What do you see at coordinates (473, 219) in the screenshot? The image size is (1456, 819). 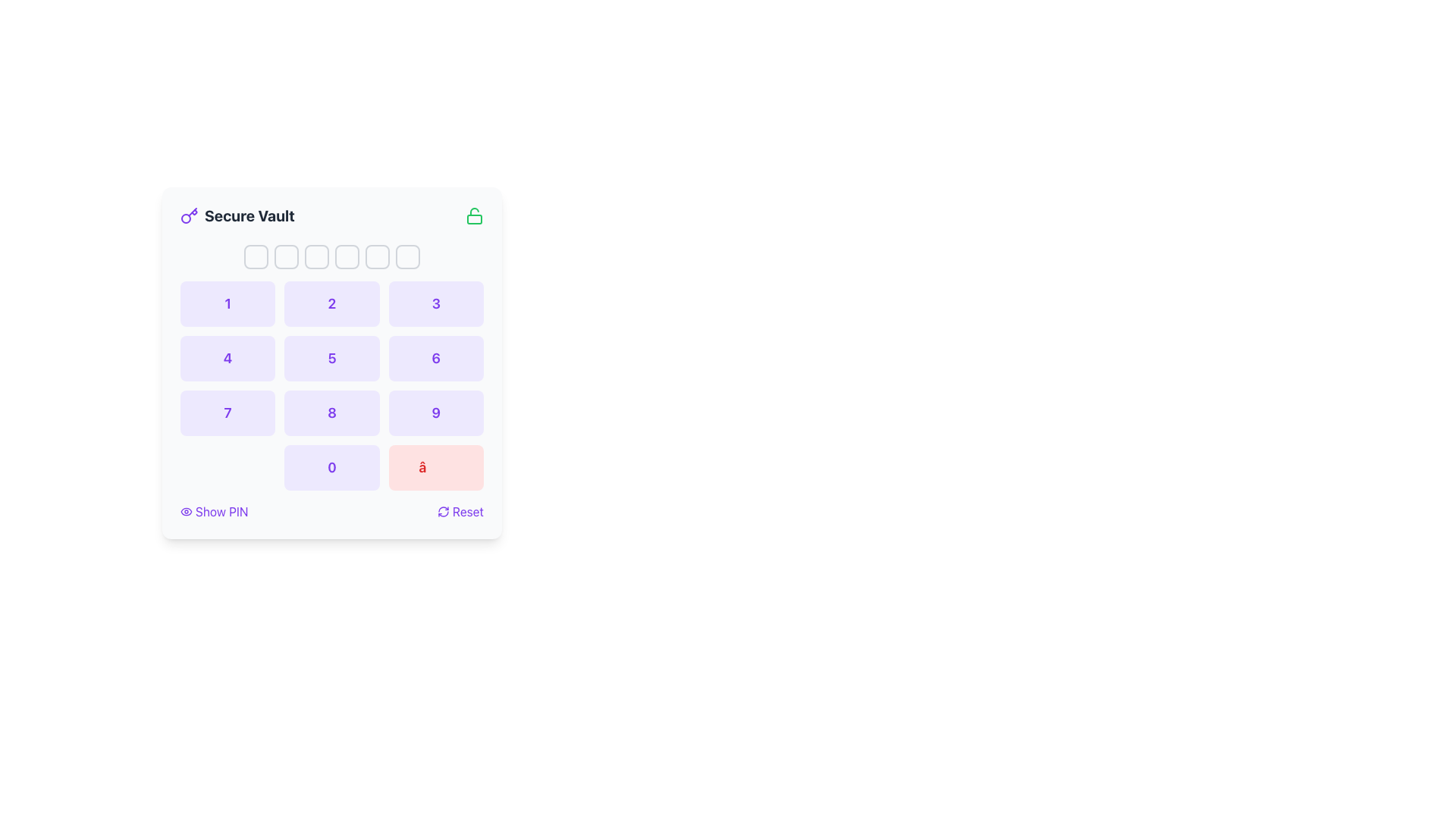 I see `the bottom rectangular portion of the lock icon, which is green and located beneath the semi-circular arc of the lock icon in the top-right corner of the interface` at bounding box center [473, 219].